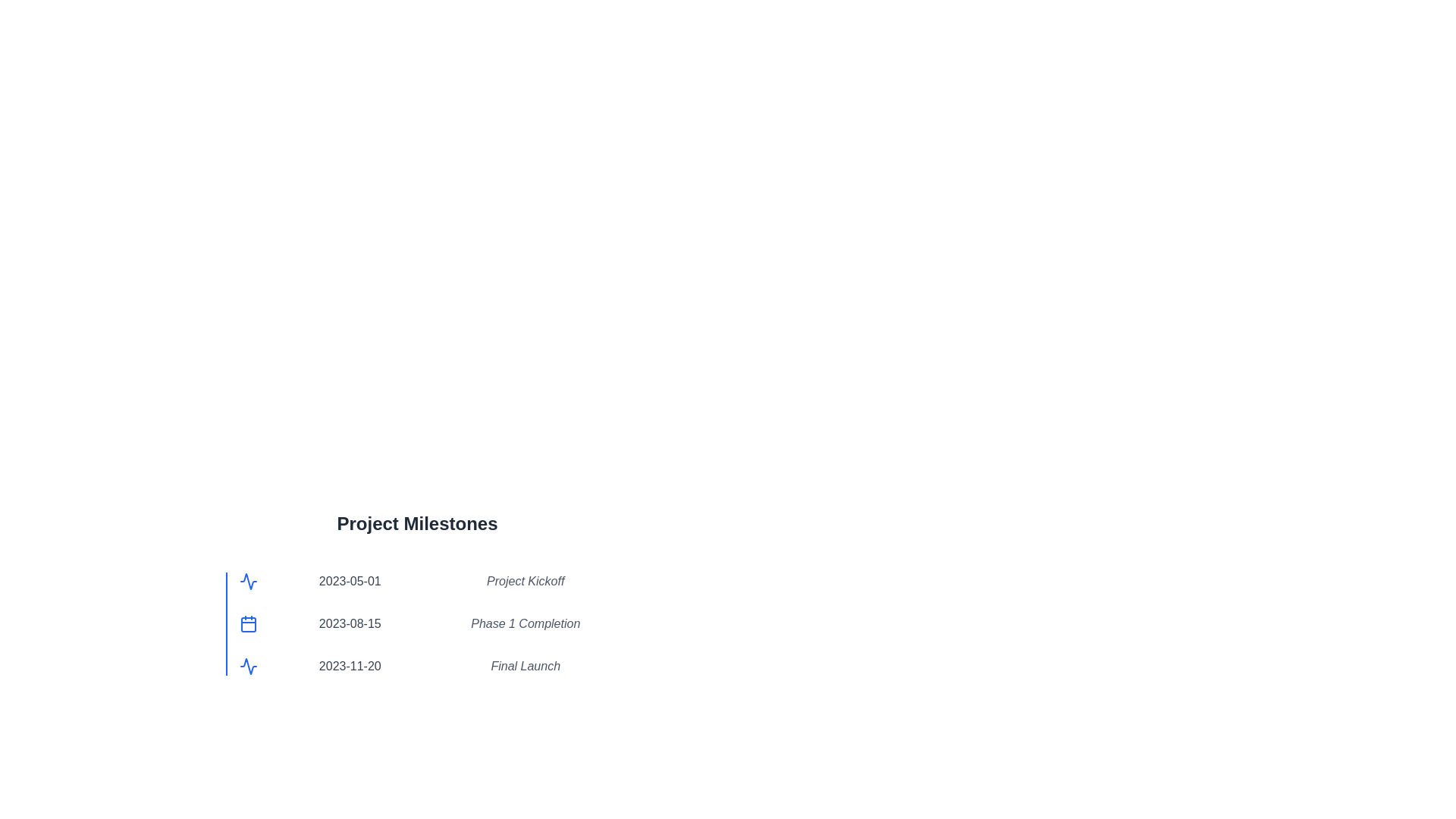  I want to click on the text label that reads 'Final Launch', which is the last item in the vertical list of milestones under the section titled 'Project Milestones', so click(526, 666).